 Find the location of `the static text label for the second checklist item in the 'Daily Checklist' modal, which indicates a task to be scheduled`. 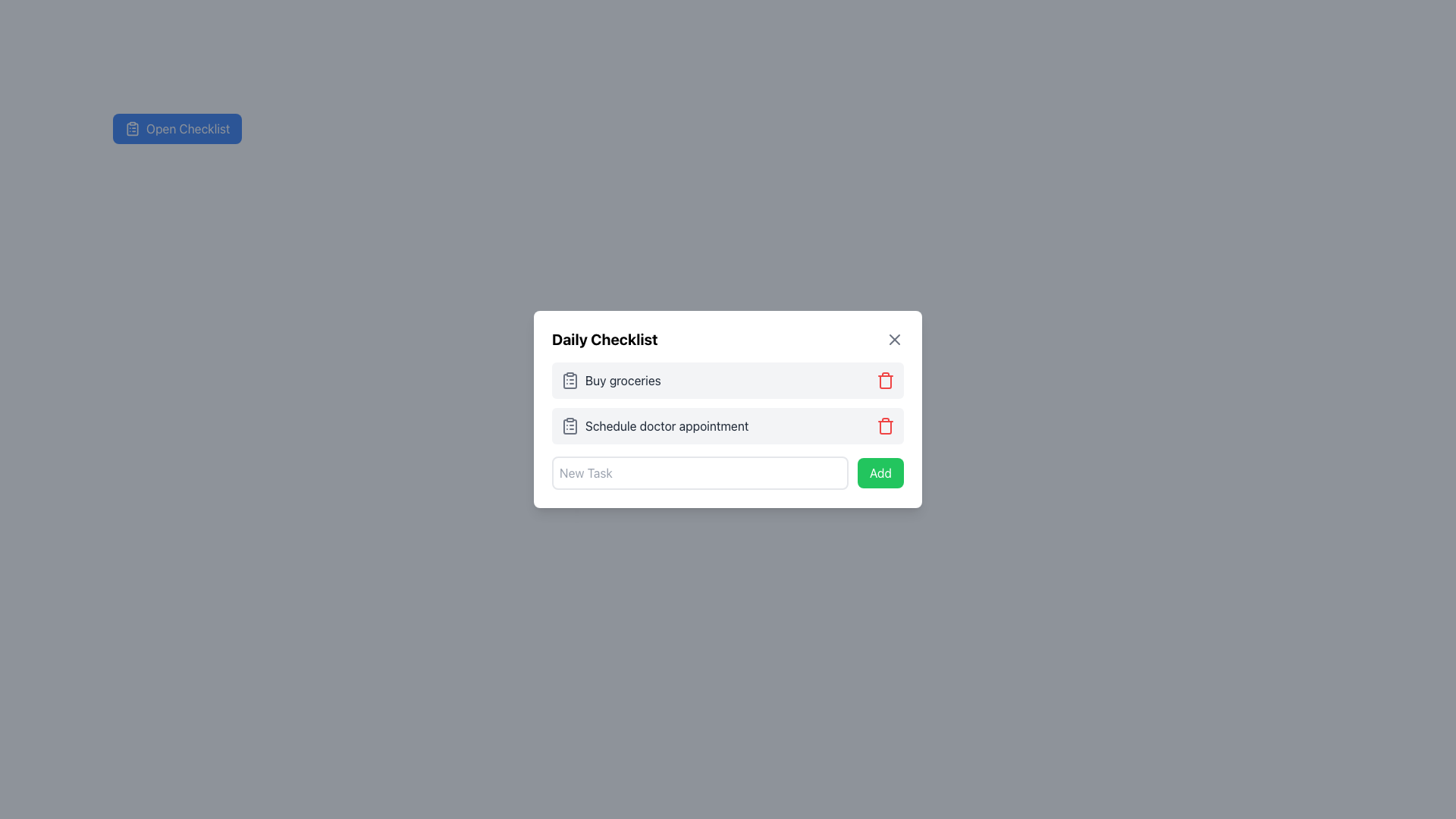

the static text label for the second checklist item in the 'Daily Checklist' modal, which indicates a task to be scheduled is located at coordinates (667, 426).